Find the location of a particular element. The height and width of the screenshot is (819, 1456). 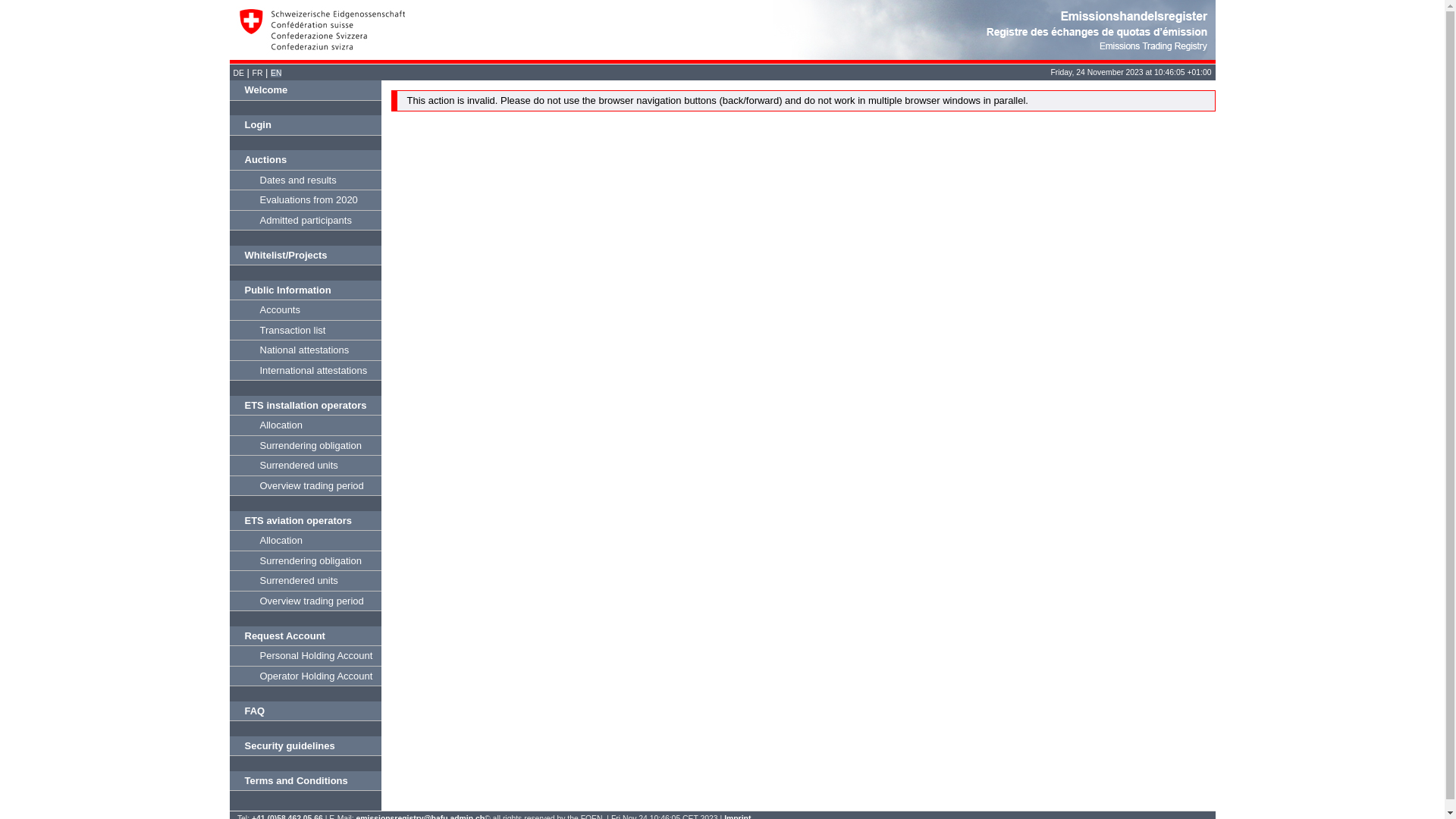

'Whitelist/Projects' is located at coordinates (304, 255).